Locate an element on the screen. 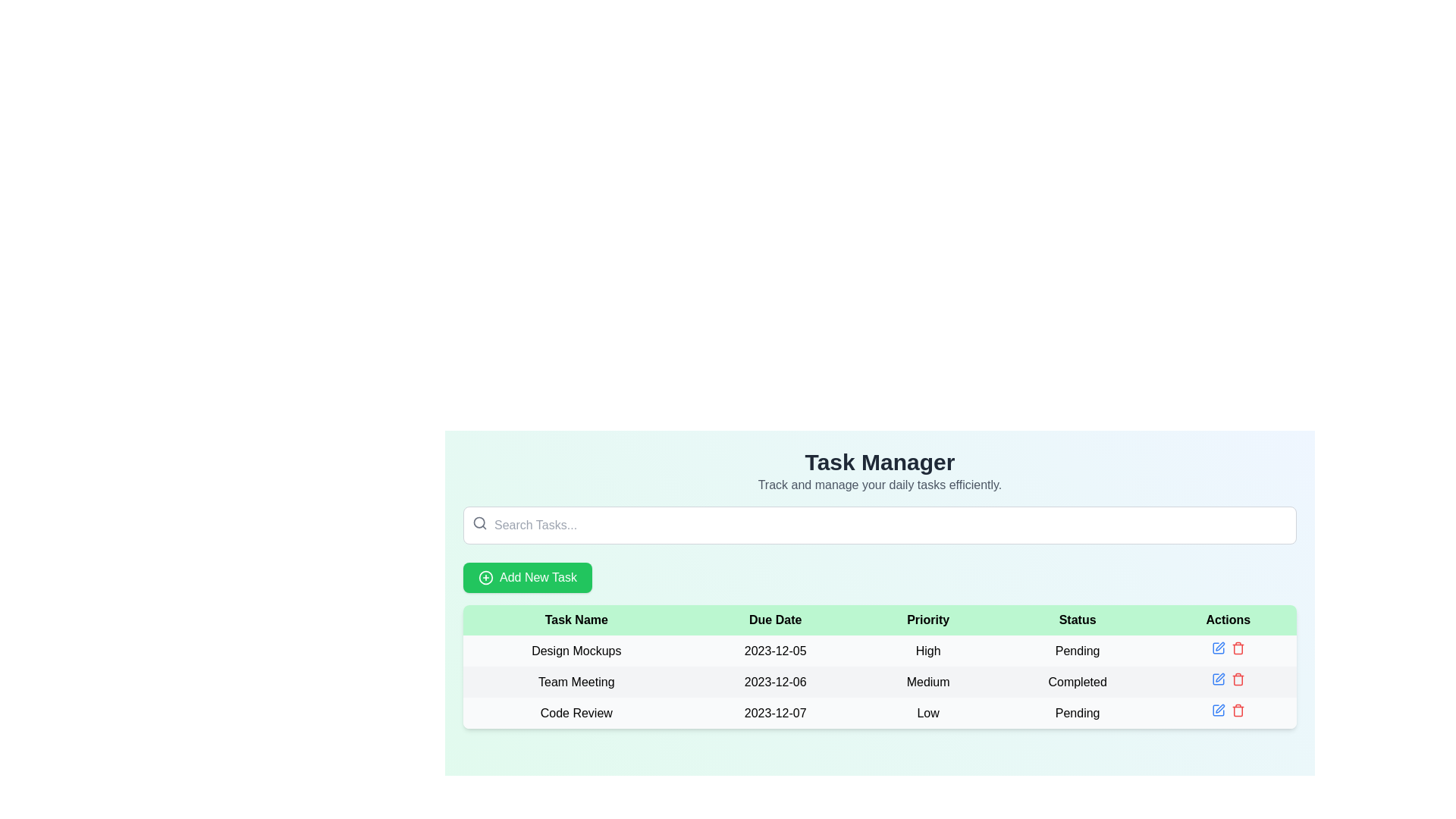 This screenshot has height=819, width=1456. the blue edit icon in the 'Actions' column of the first row of the table is located at coordinates (1228, 650).